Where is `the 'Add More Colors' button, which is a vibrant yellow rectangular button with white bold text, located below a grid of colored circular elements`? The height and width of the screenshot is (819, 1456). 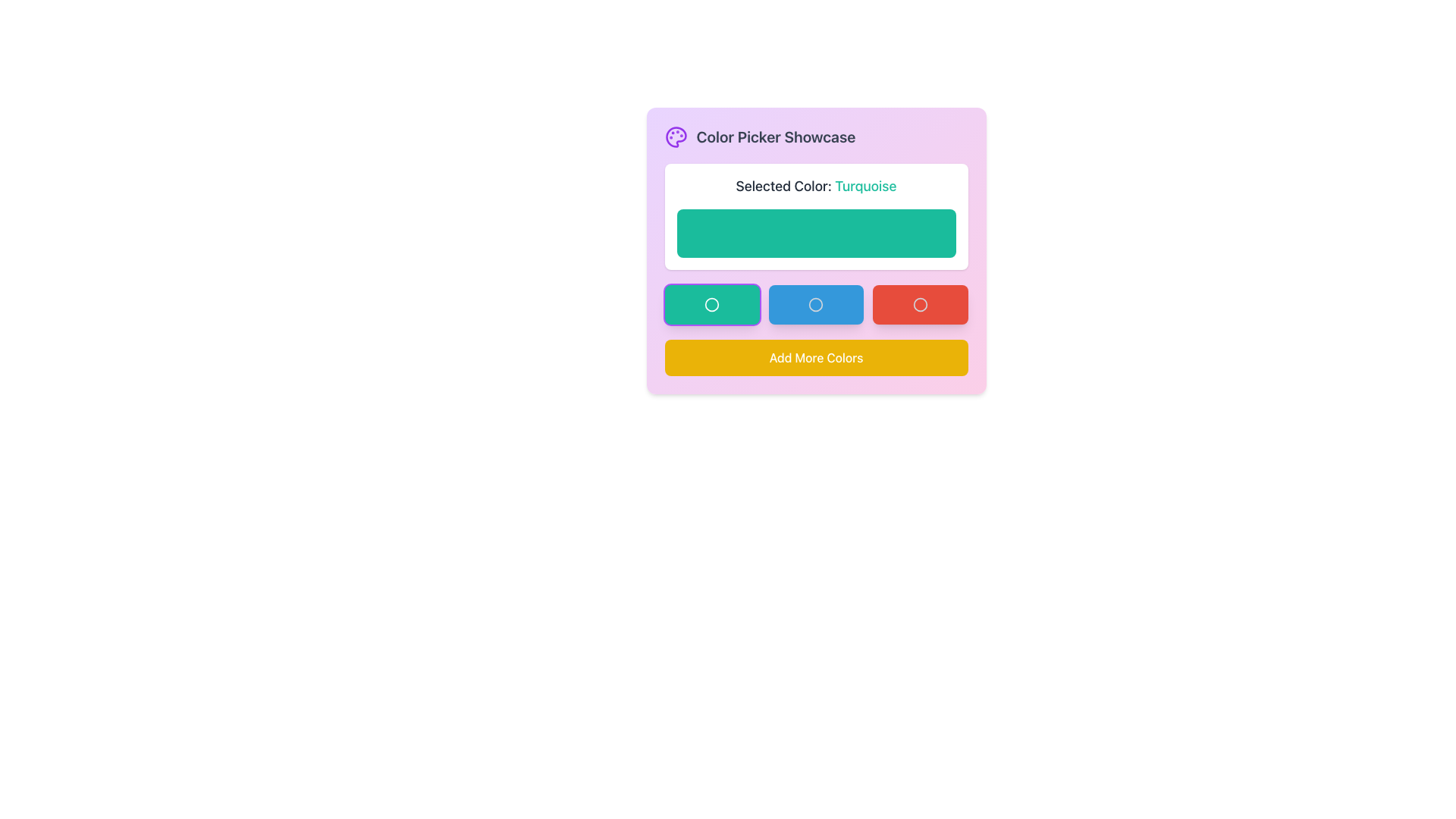
the 'Add More Colors' button, which is a vibrant yellow rectangular button with white bold text, located below a grid of colored circular elements is located at coordinates (815, 357).